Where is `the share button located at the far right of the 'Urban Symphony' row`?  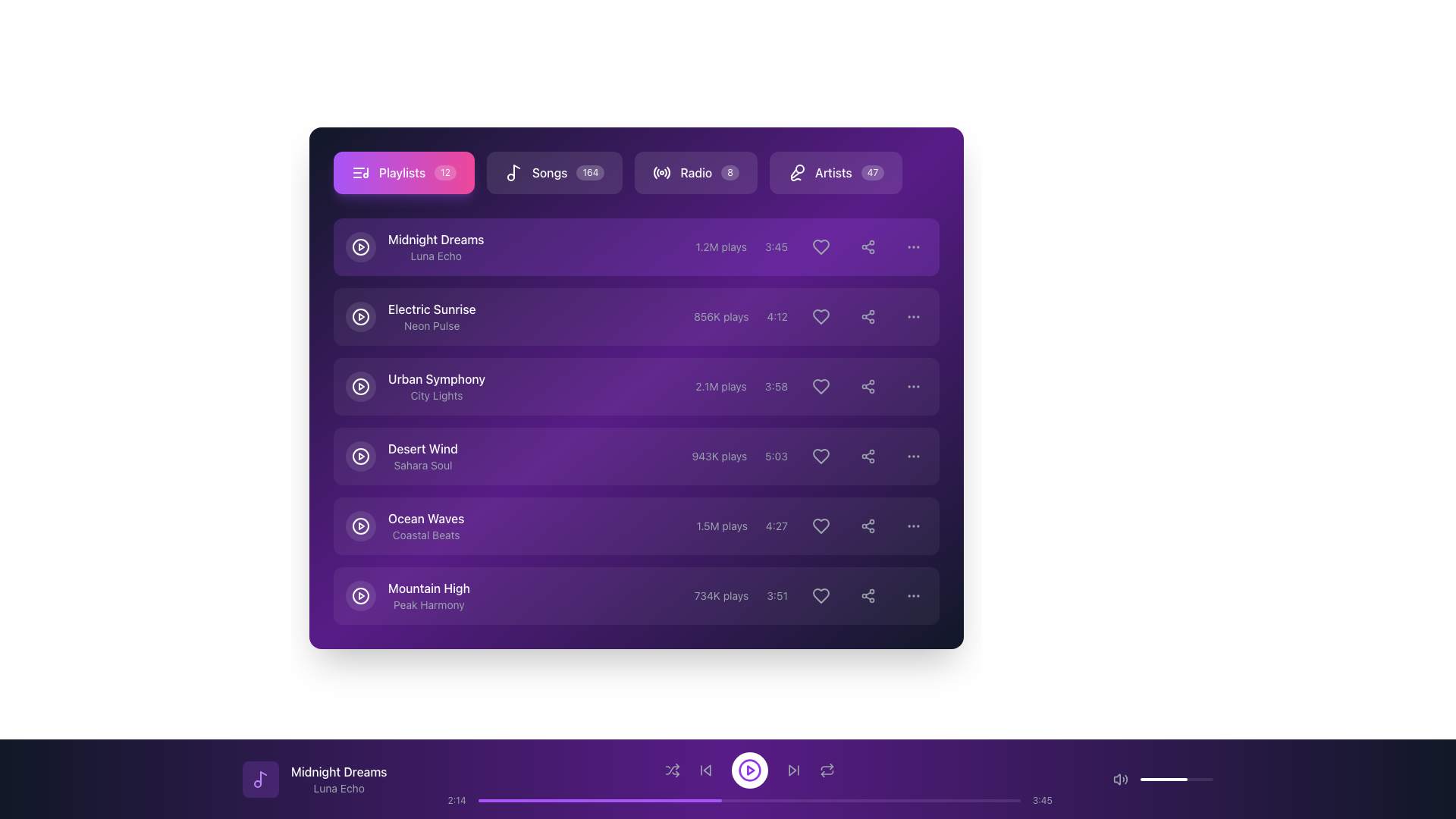
the share button located at the far right of the 'Urban Symphony' row is located at coordinates (868, 385).